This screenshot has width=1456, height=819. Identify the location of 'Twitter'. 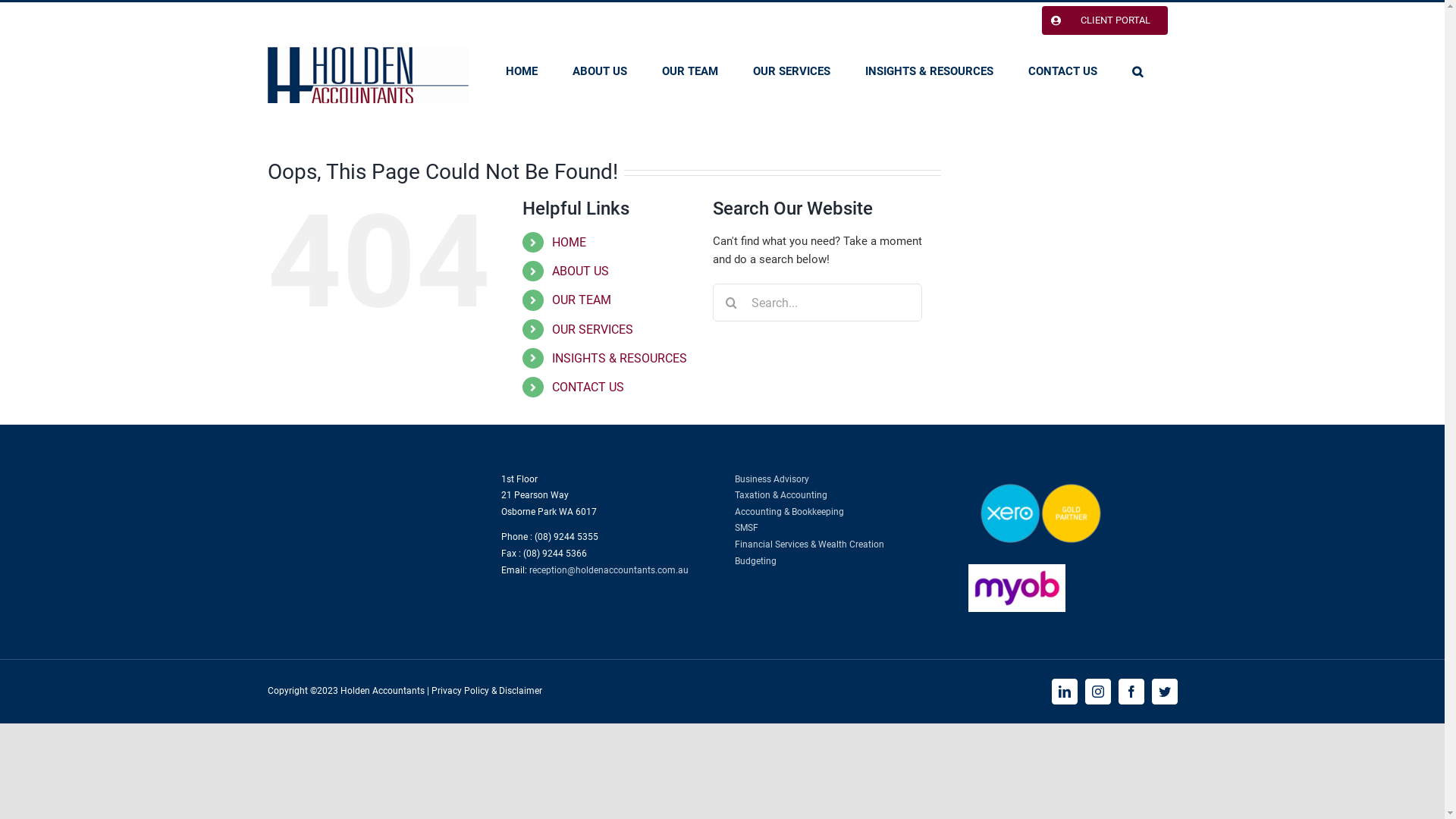
(1163, 691).